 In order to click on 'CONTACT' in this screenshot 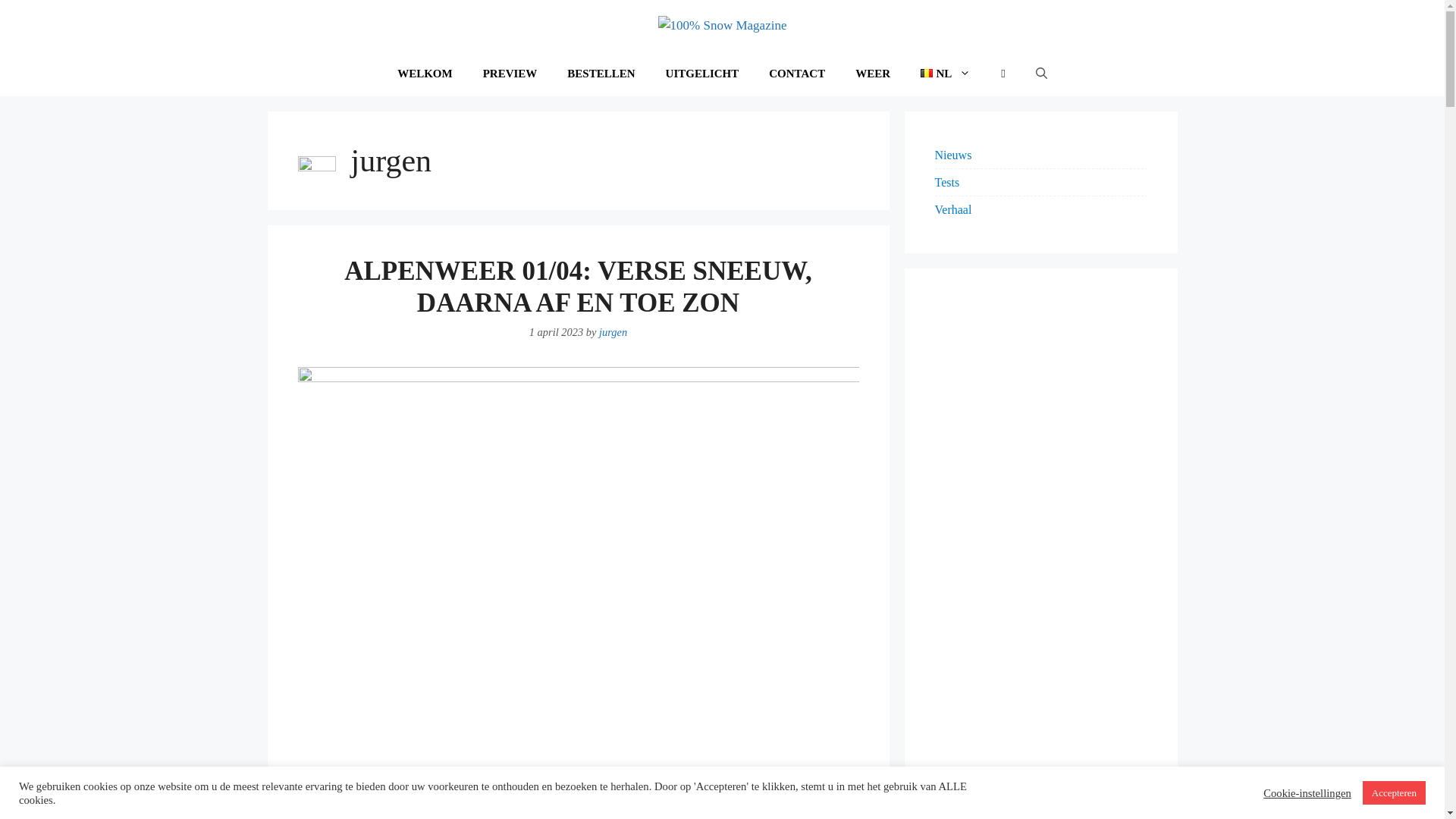, I will do `click(753, 73)`.